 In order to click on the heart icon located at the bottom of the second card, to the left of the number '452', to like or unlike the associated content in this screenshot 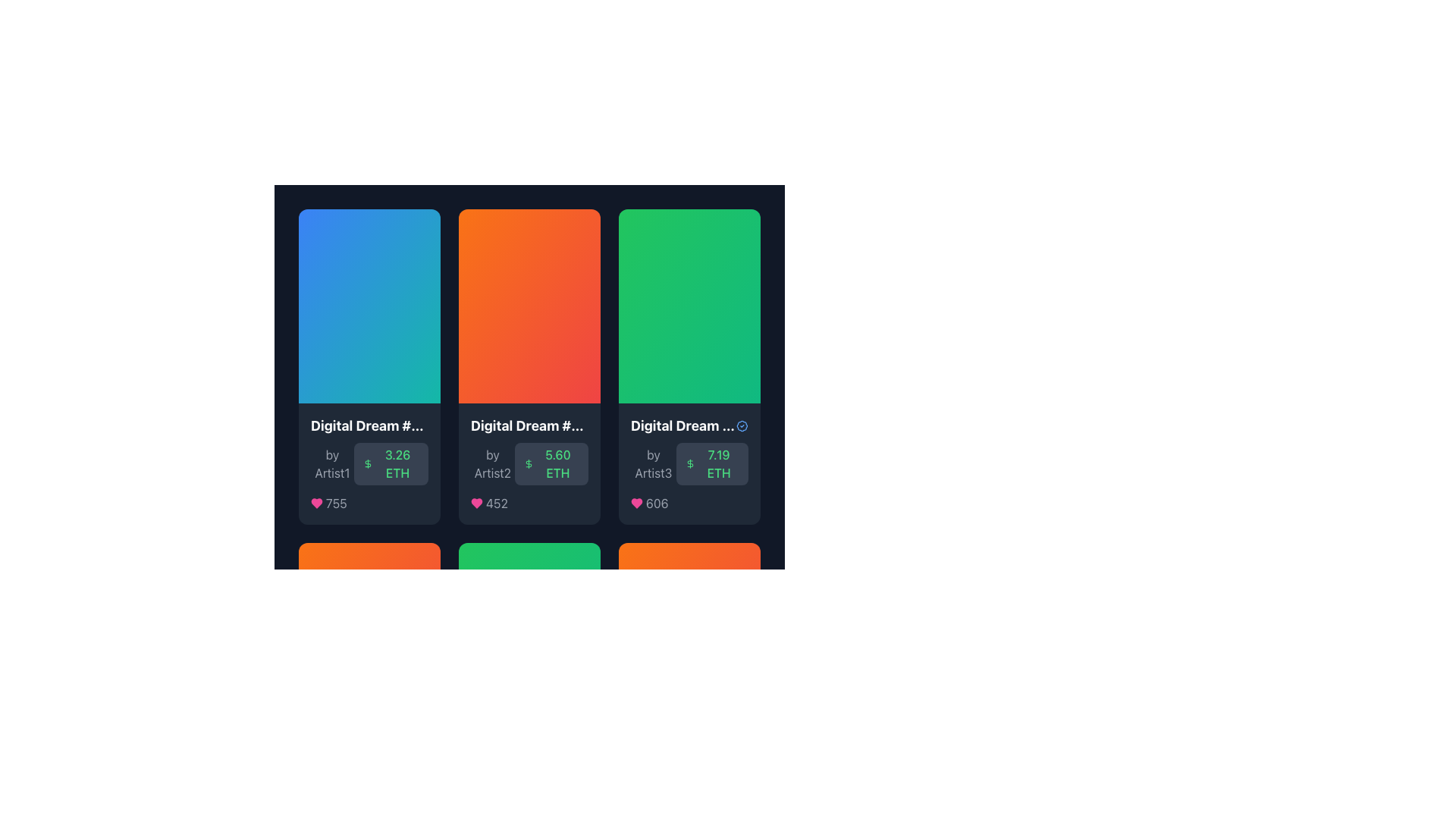, I will do `click(315, 503)`.